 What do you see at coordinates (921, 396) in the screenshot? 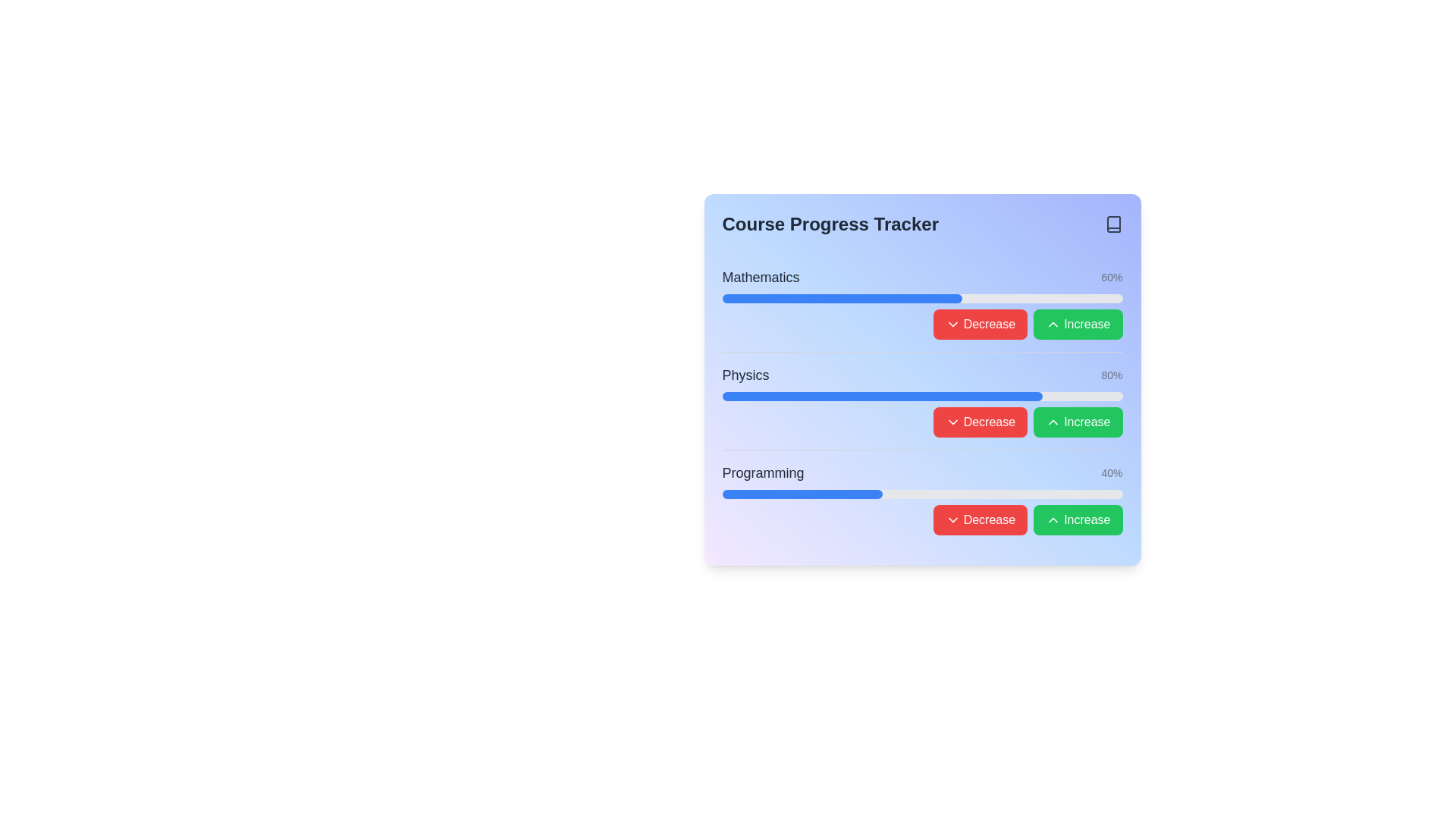
I see `the horizontal progress bar indicating 80% completion in the 'Physics' section of the course progress card` at bounding box center [921, 396].